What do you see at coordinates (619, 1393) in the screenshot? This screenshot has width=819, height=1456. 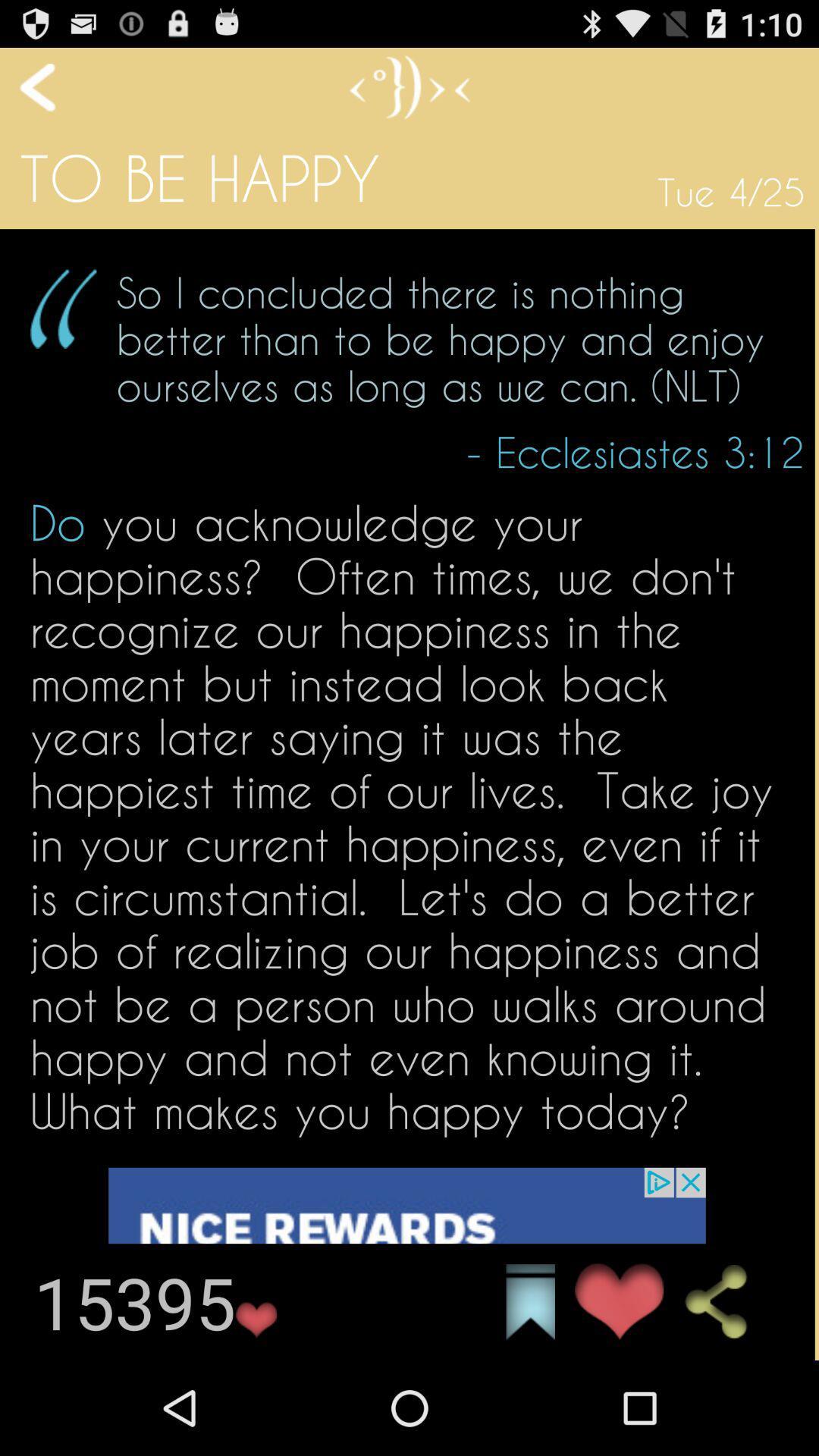 I see `the favorite icon` at bounding box center [619, 1393].